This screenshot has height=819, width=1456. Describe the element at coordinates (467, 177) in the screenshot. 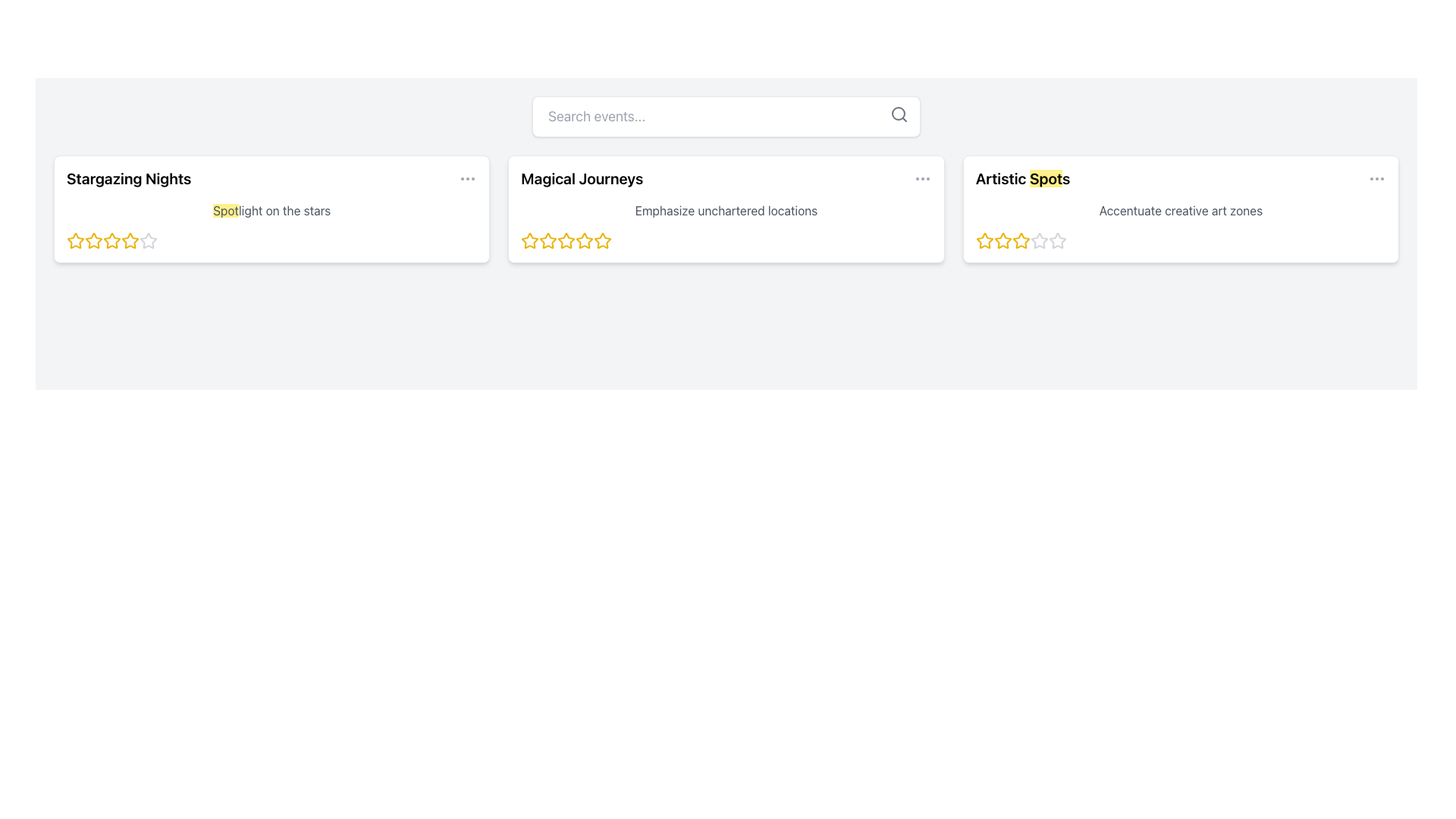

I see `the Ellipsis Menu icon located at the rightmost part of the 'Stargazing Nights' section` at that location.